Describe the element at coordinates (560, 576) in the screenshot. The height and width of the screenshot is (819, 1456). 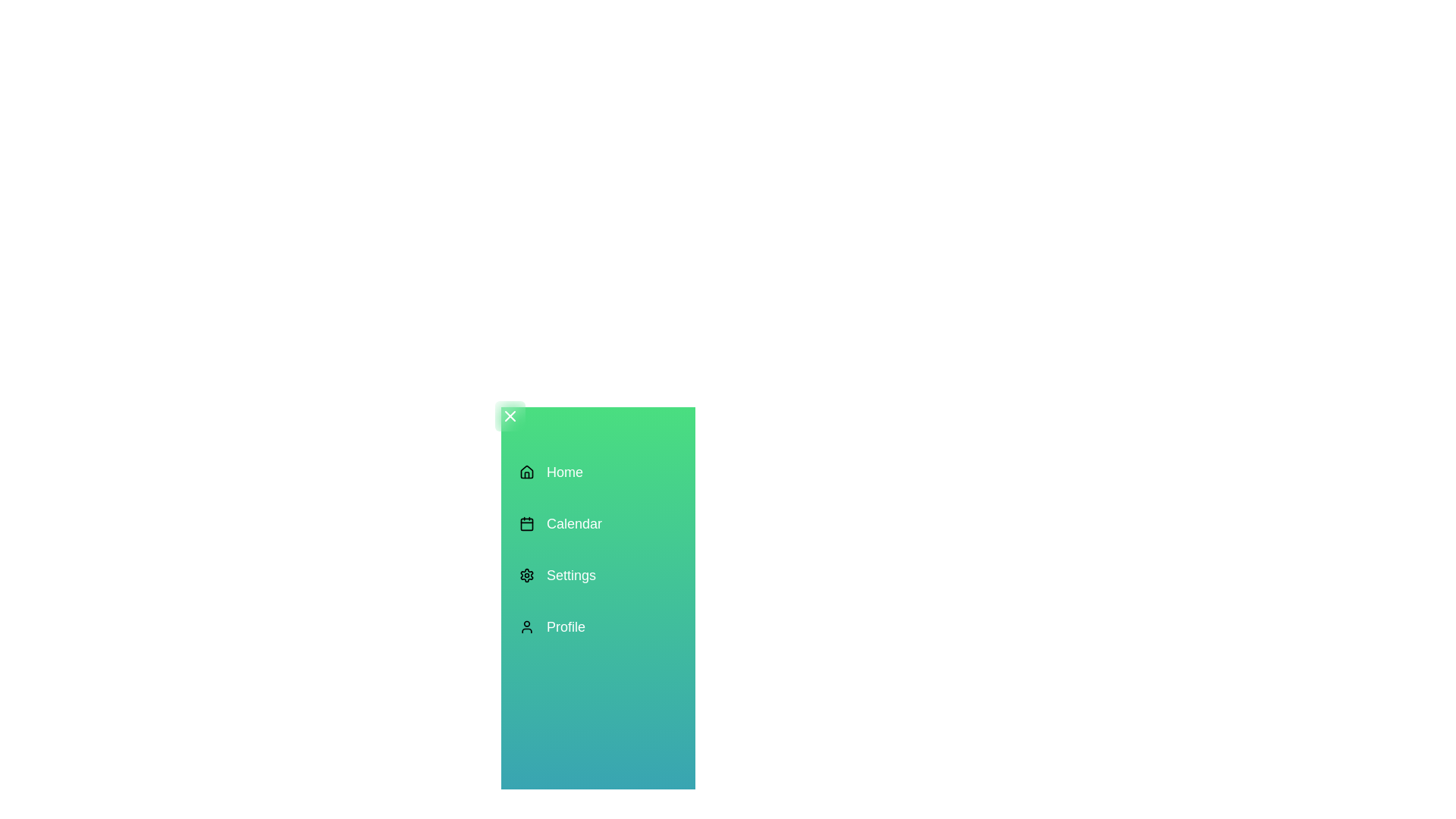
I see `the 'Settings' button, which features a gear icon and is located in the sidebar menu directly below the 'Calendar' option` at that location.